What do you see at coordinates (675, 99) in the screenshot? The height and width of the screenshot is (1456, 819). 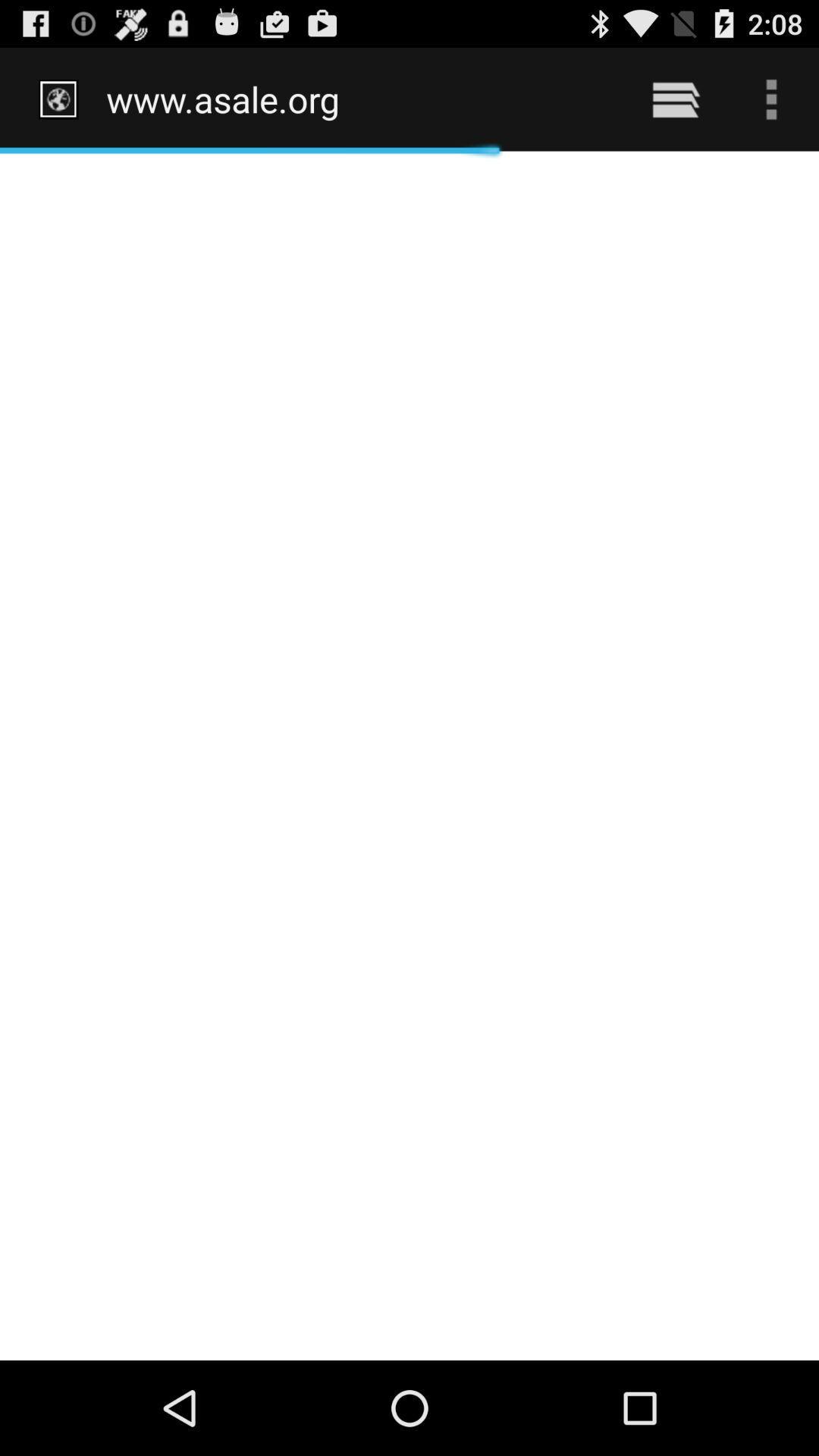 I see `icon next to the http www asale item` at bounding box center [675, 99].